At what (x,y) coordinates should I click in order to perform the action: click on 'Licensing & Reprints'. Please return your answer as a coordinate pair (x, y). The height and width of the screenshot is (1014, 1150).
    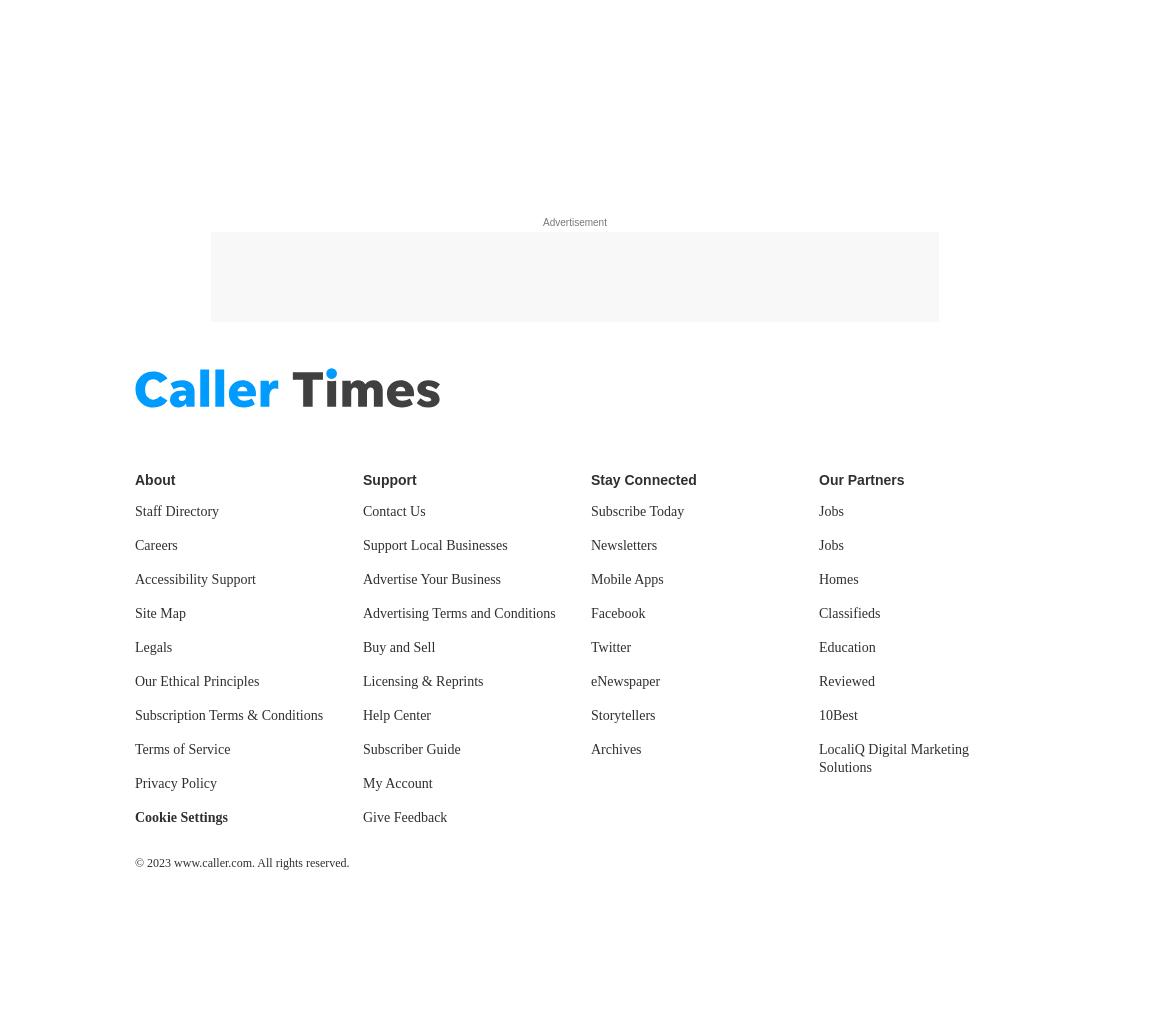
    Looking at the image, I should click on (422, 680).